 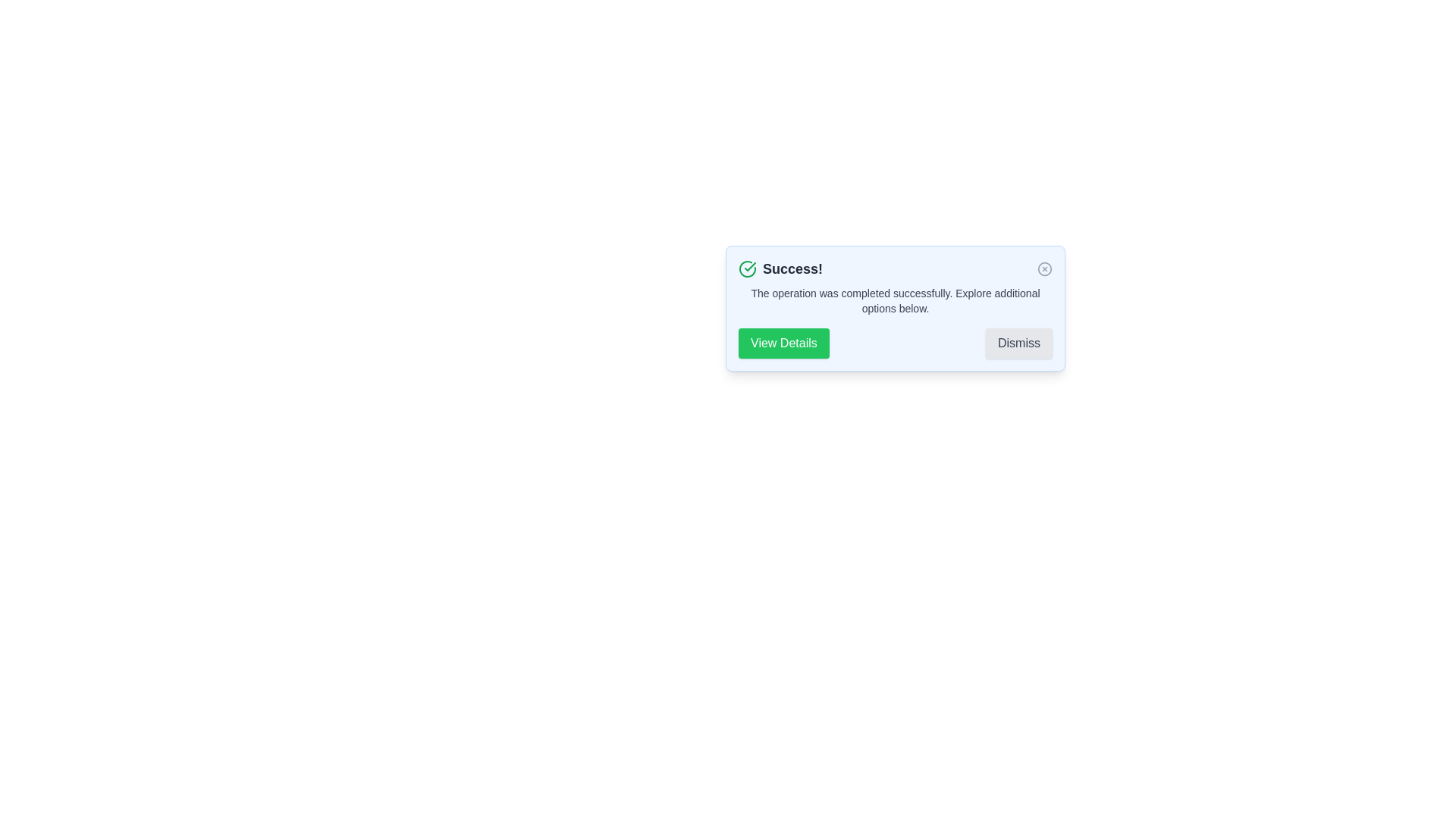 What do you see at coordinates (783, 343) in the screenshot?
I see `the 'View Details' button to view additional details` at bounding box center [783, 343].